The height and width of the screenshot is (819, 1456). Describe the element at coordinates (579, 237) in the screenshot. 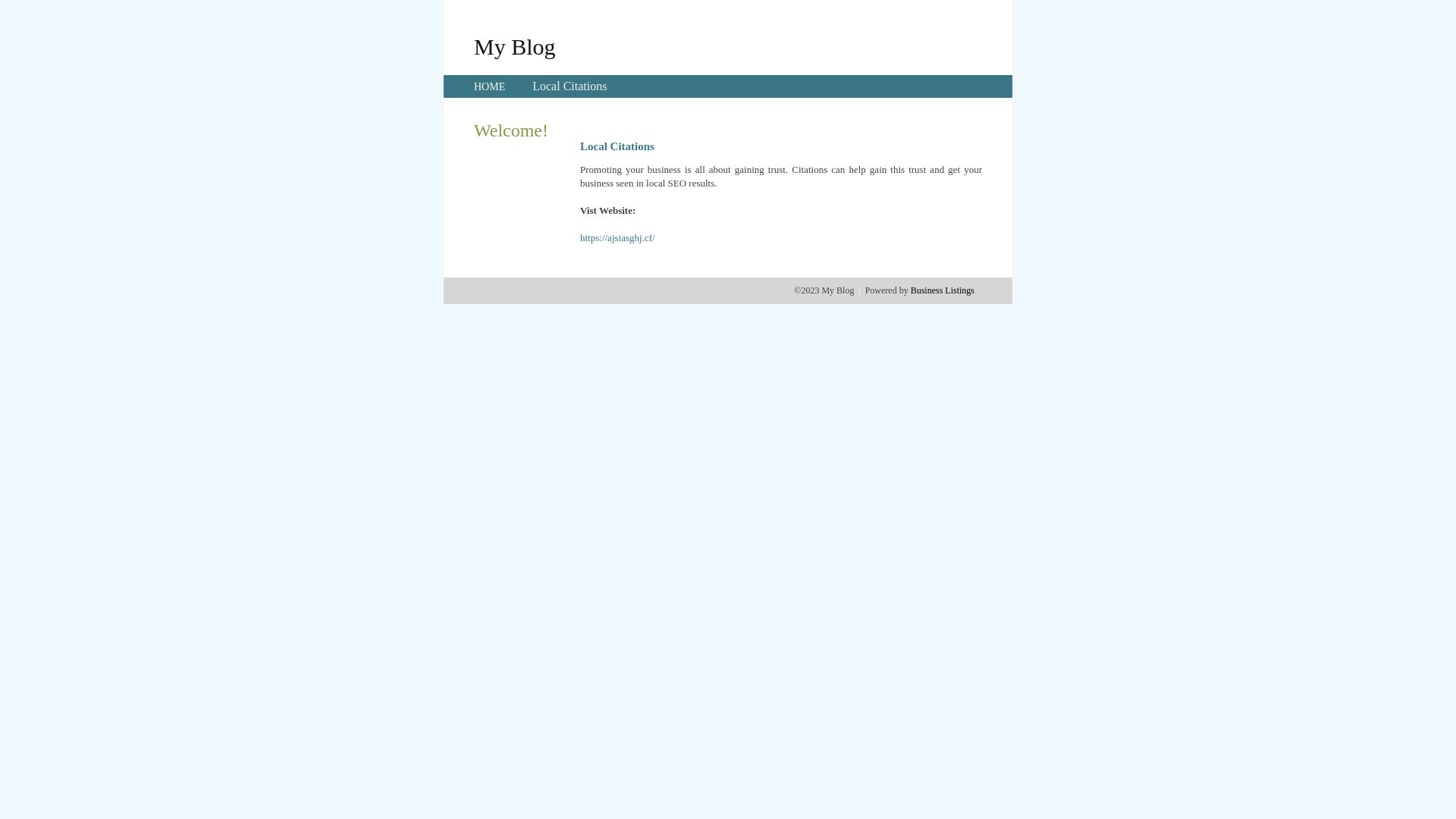

I see `'https://ajsiasghj.cf/'` at that location.